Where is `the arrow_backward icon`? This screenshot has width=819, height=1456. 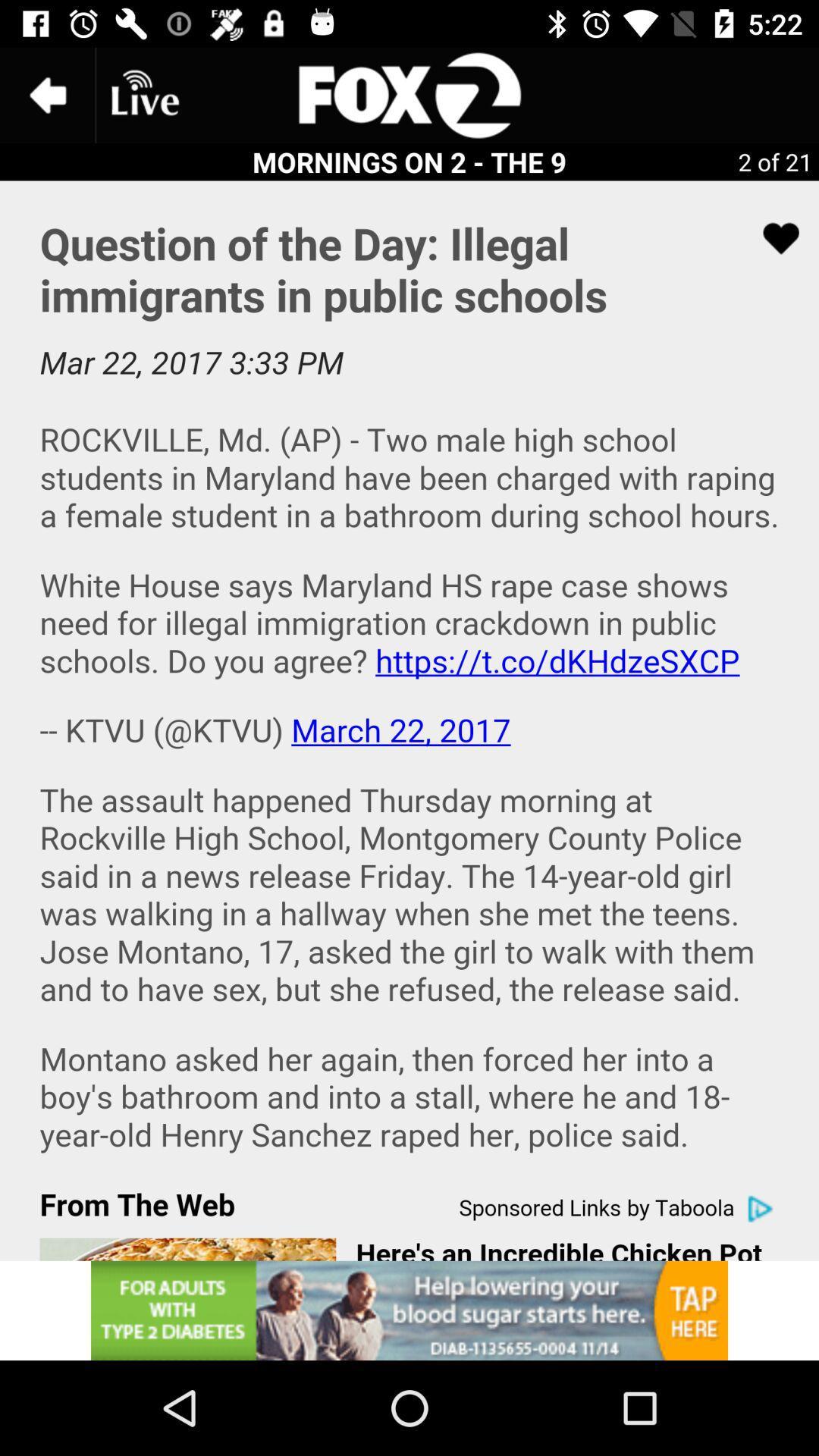
the arrow_backward icon is located at coordinates (46, 94).